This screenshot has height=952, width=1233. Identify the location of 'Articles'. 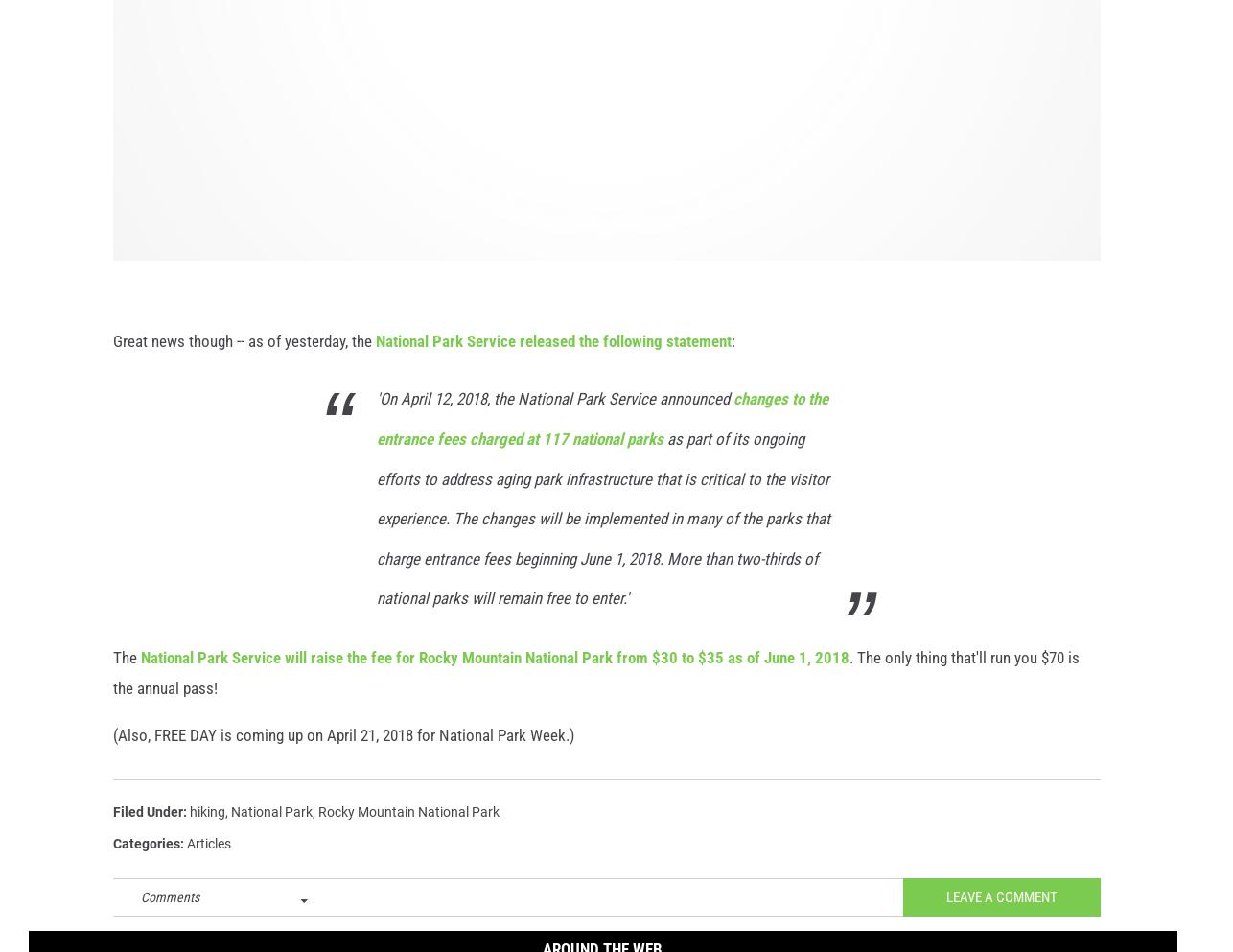
(186, 865).